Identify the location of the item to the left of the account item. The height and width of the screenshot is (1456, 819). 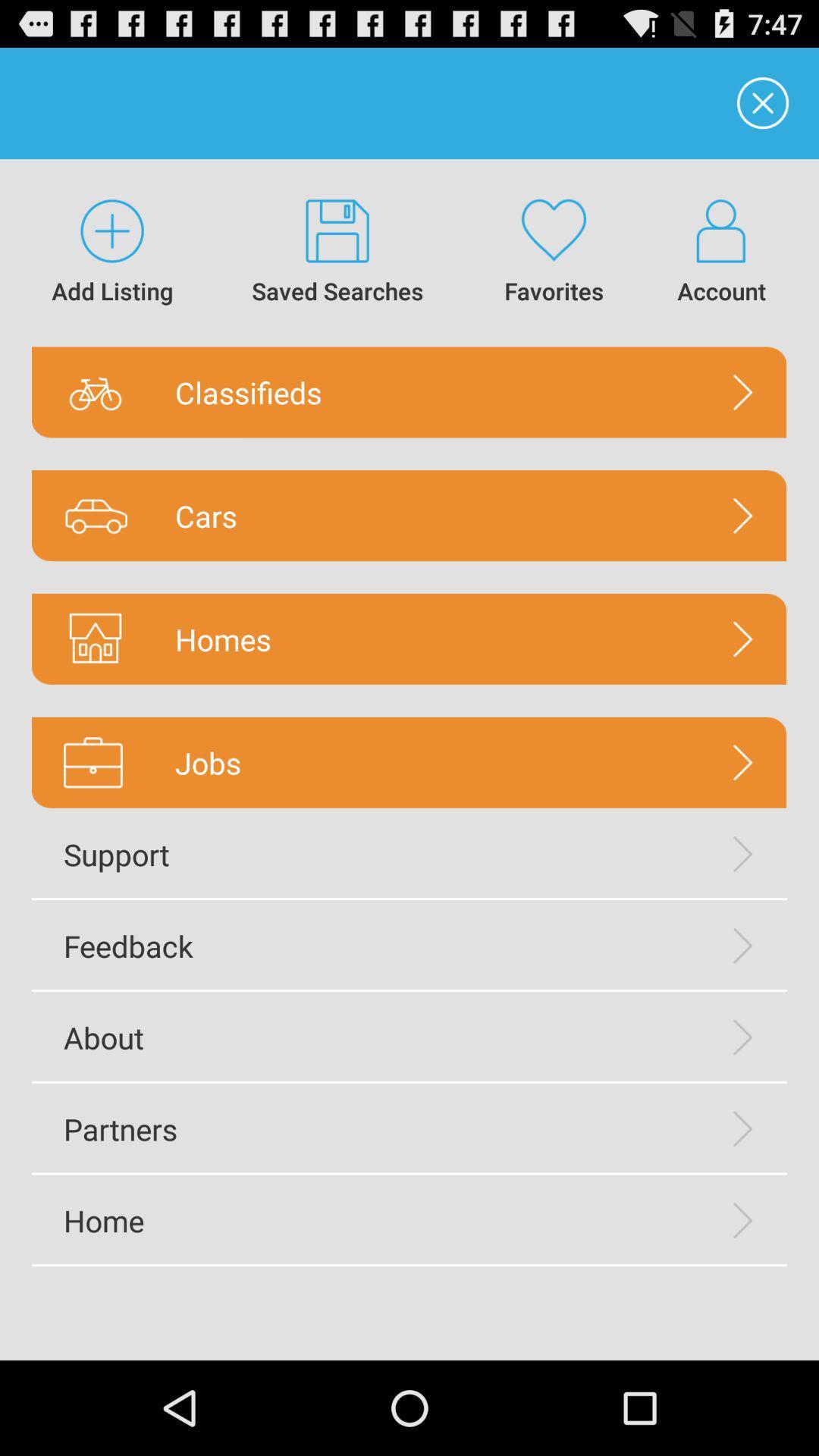
(554, 253).